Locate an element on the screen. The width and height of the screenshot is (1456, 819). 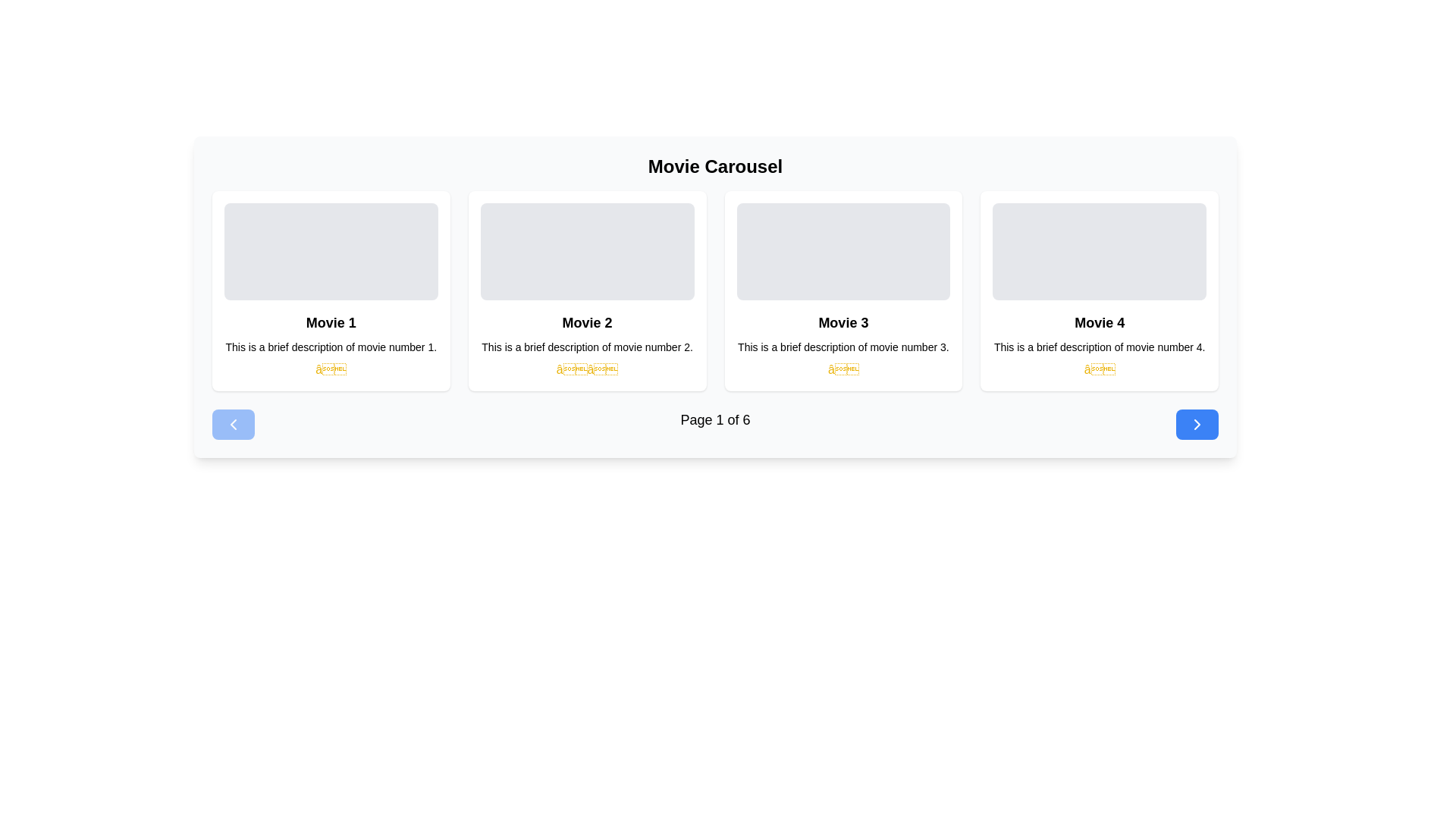
text content of the label stating 'This is a brief description of movie number 4.' located below the title 'Movie 4.' is located at coordinates (1100, 347).